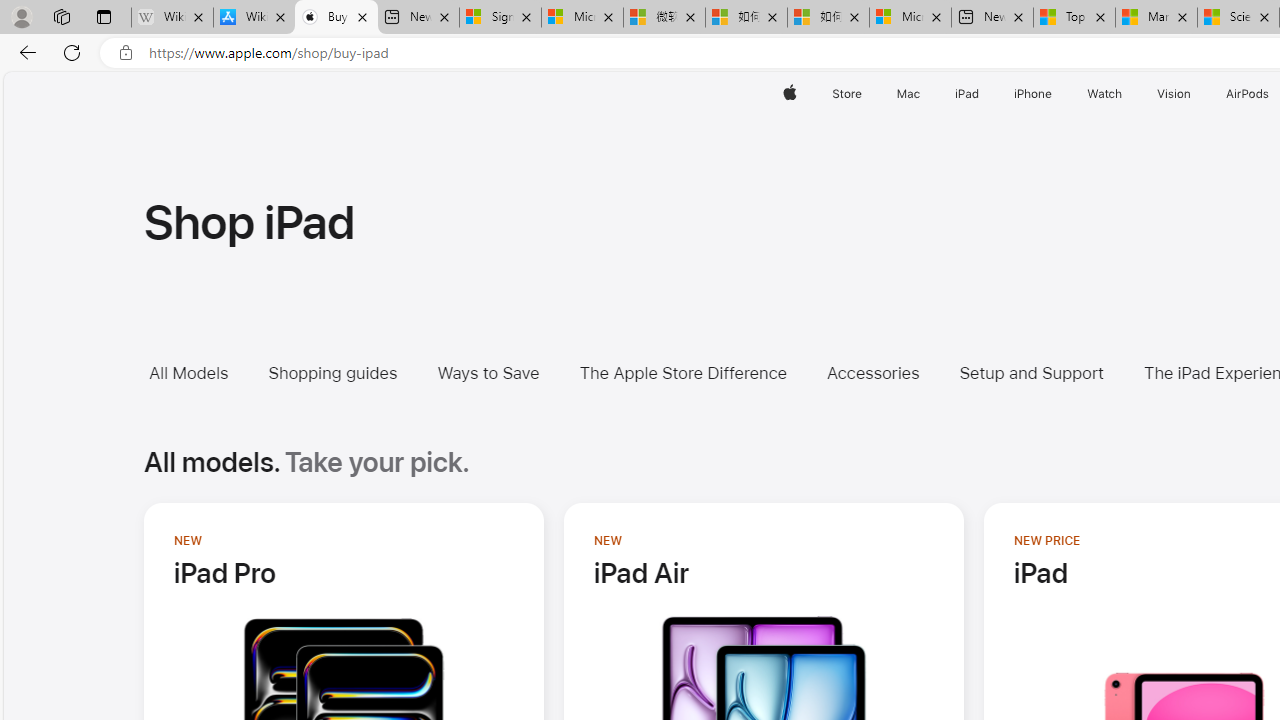  Describe the element at coordinates (188, 373) in the screenshot. I see `'All Models'` at that location.